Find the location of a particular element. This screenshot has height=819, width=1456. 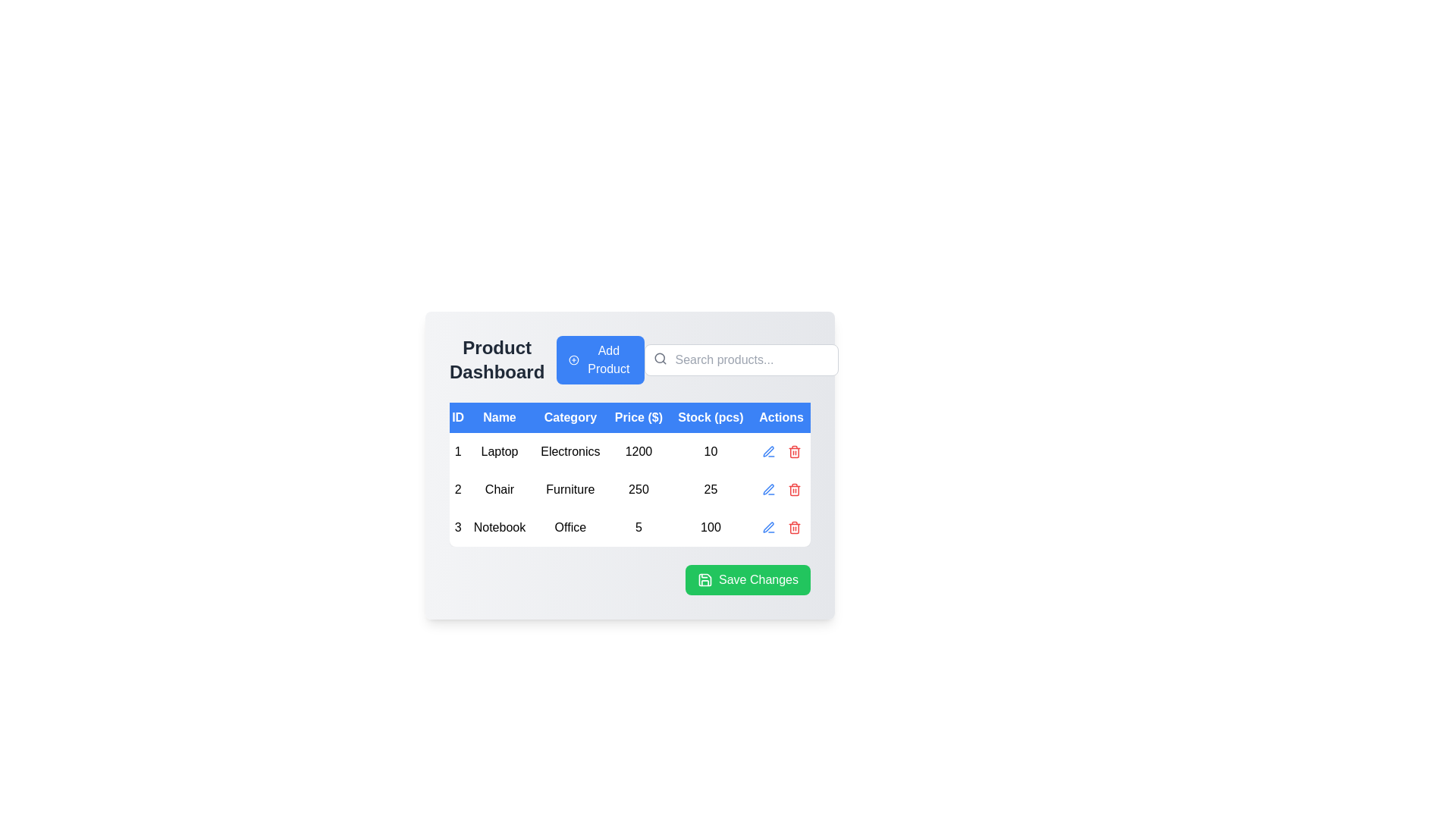

text from the table header cell labeled 'Category', which is the third column header located between 'Name' and 'Price ($)' is located at coordinates (570, 418).